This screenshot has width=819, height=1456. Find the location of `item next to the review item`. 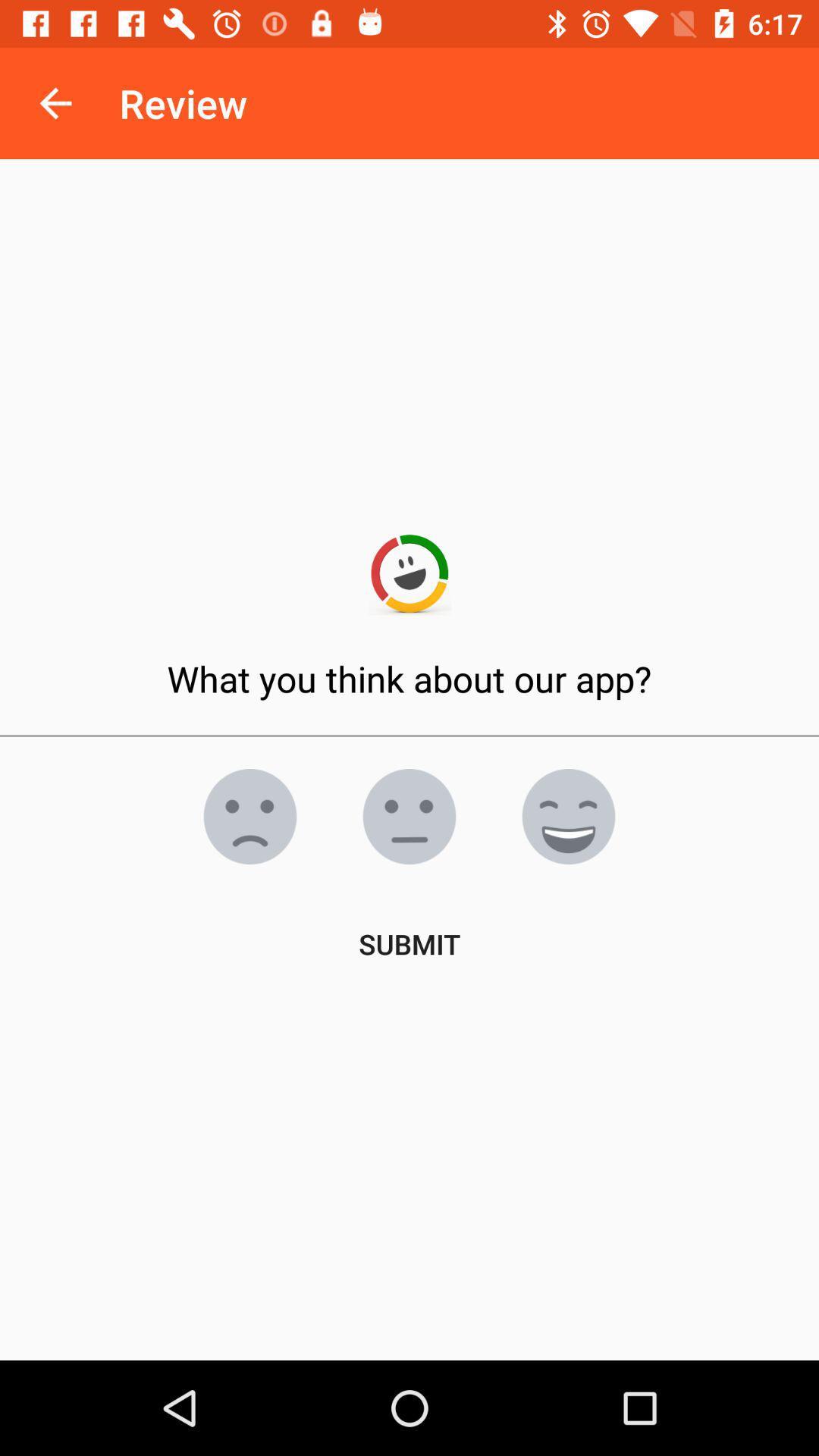

item next to the review item is located at coordinates (55, 102).